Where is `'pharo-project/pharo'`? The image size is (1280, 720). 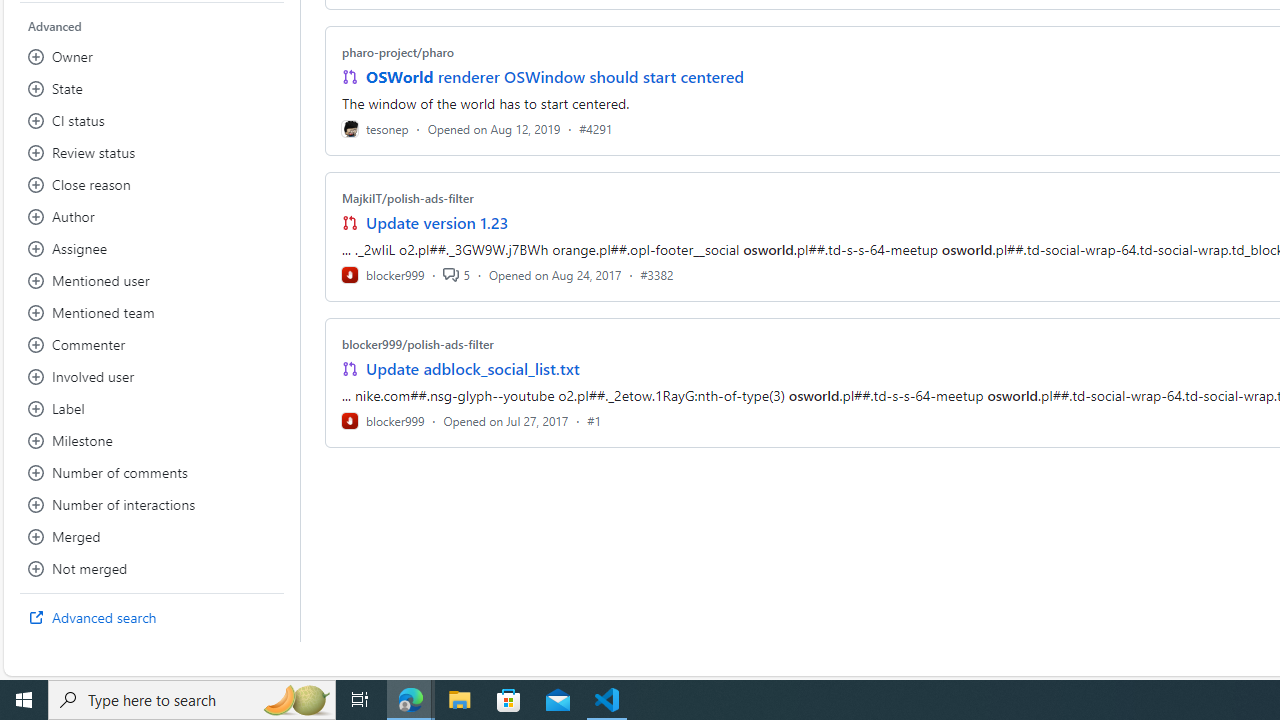
'pharo-project/pharo' is located at coordinates (398, 51).